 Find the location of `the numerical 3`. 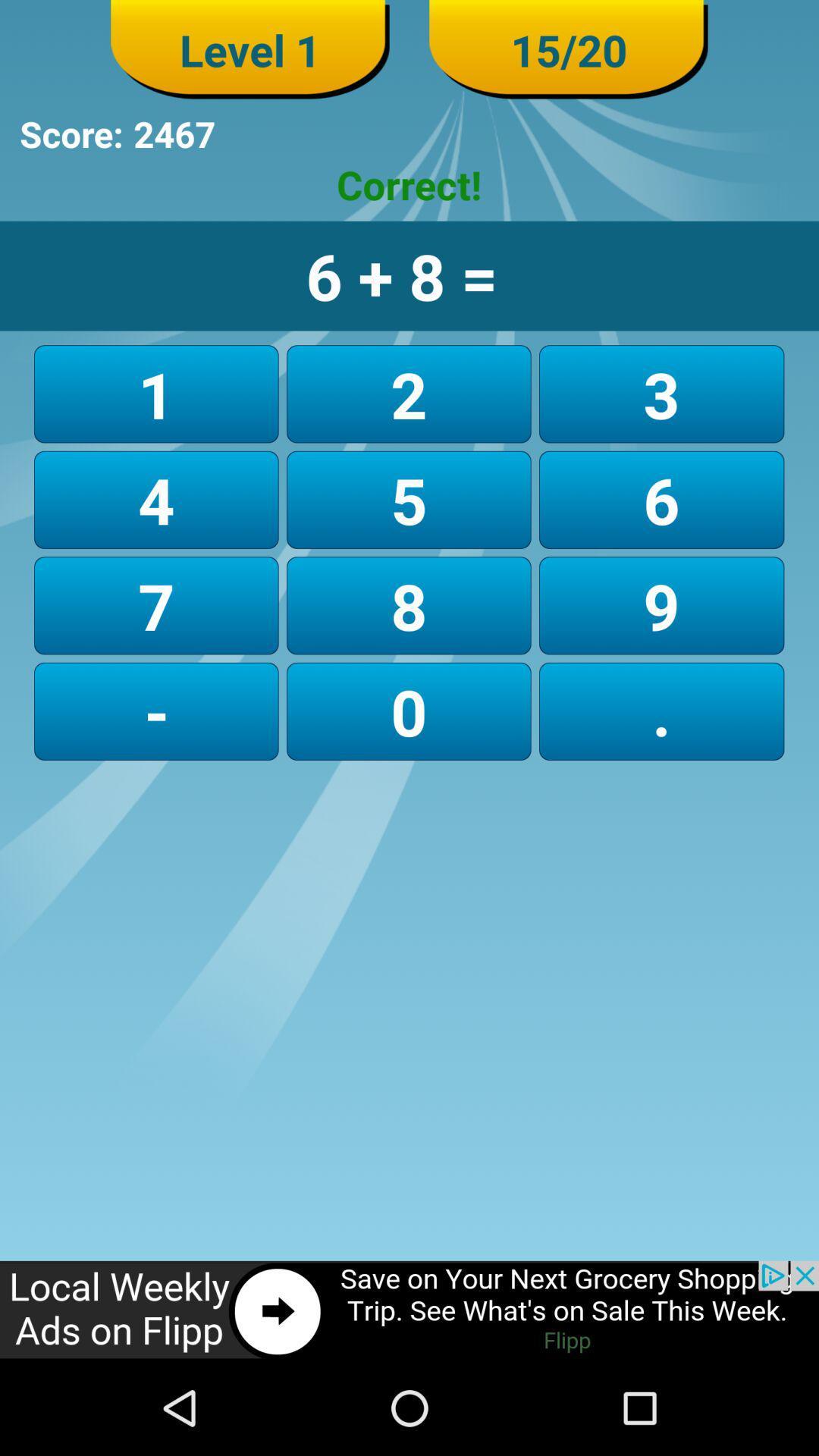

the numerical 3 is located at coordinates (661, 394).